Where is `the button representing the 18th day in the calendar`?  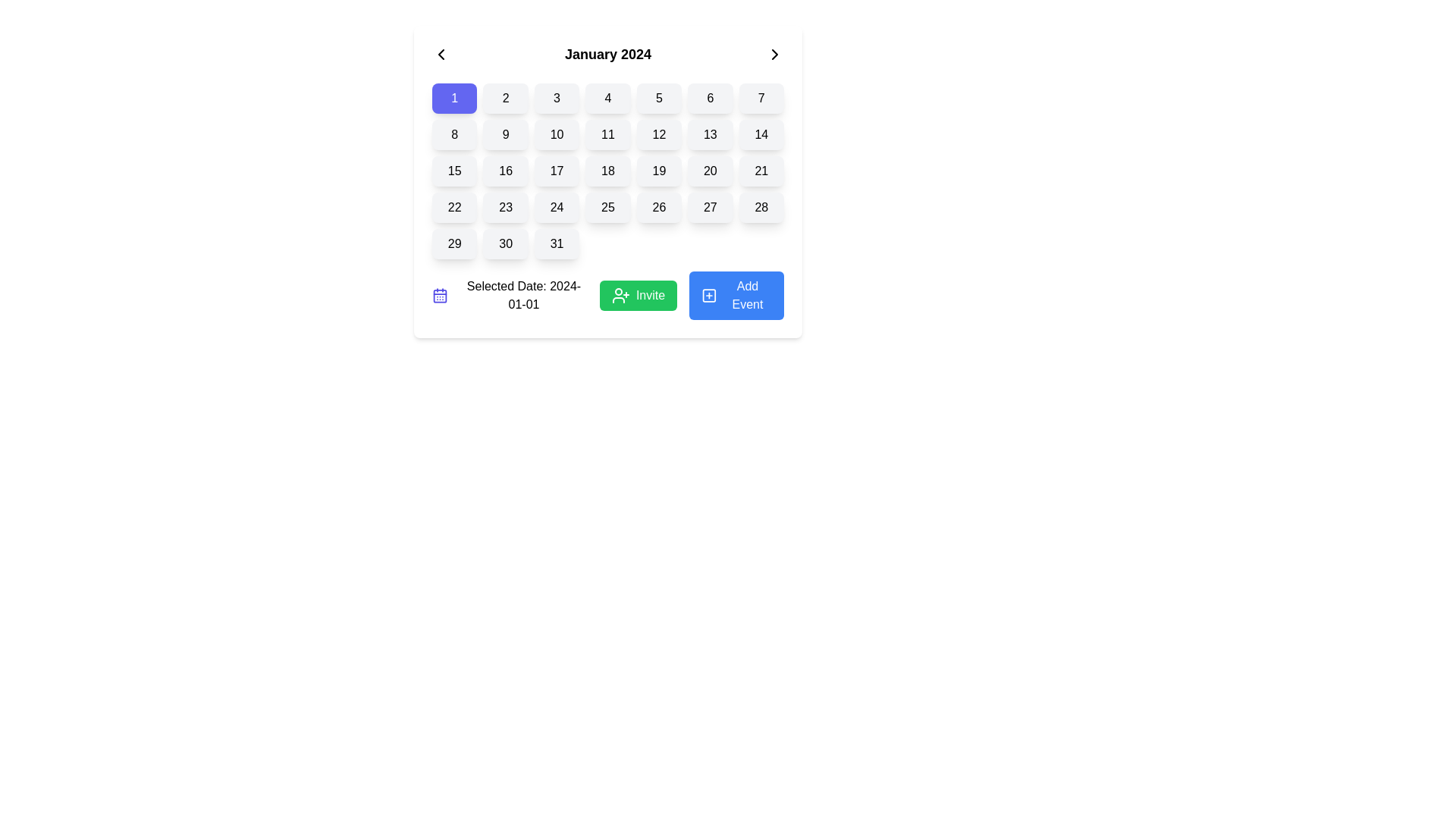 the button representing the 18th day in the calendar is located at coordinates (607, 171).